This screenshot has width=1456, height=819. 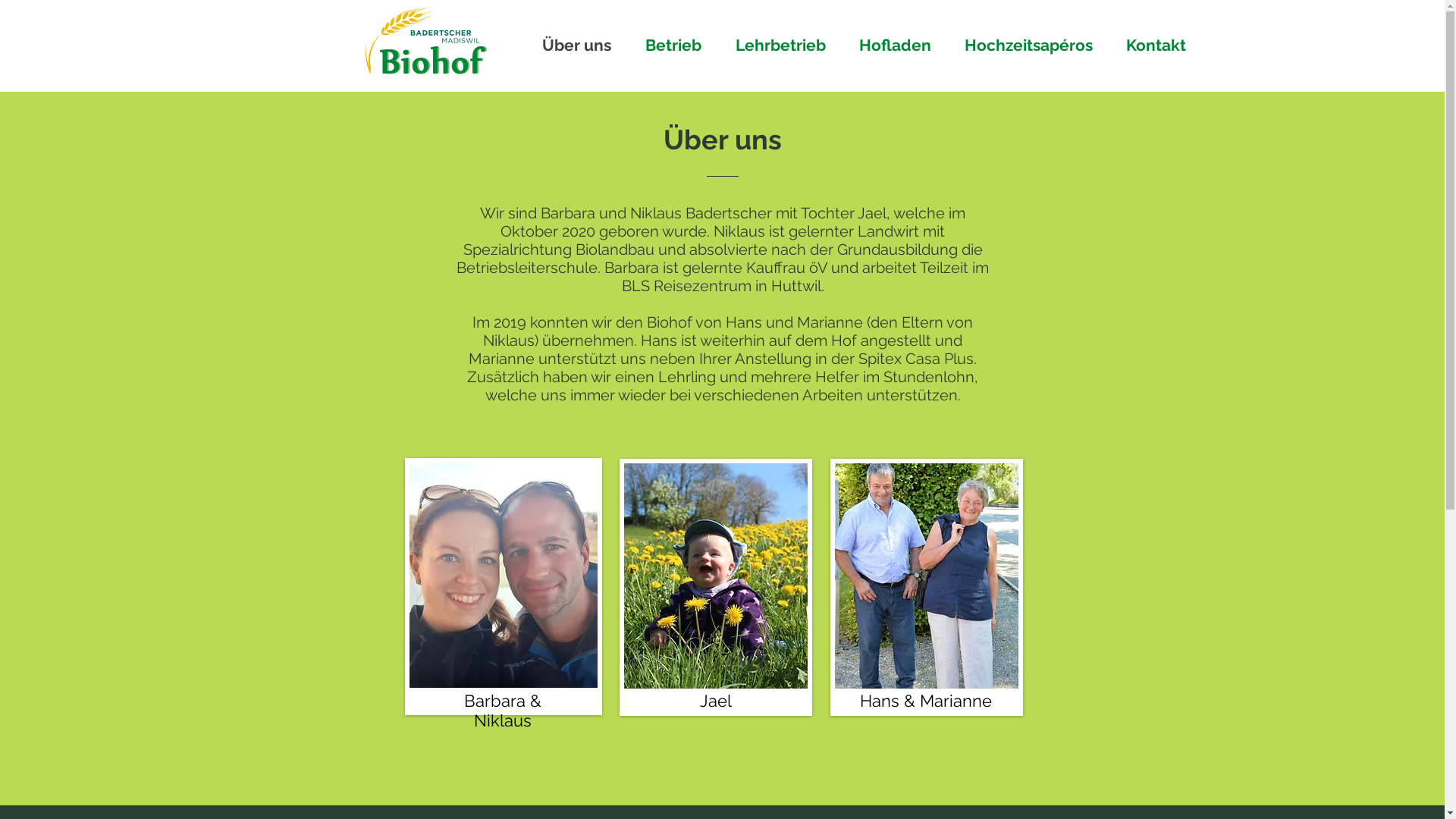 I want to click on 'Hofladen', so click(x=847, y=44).